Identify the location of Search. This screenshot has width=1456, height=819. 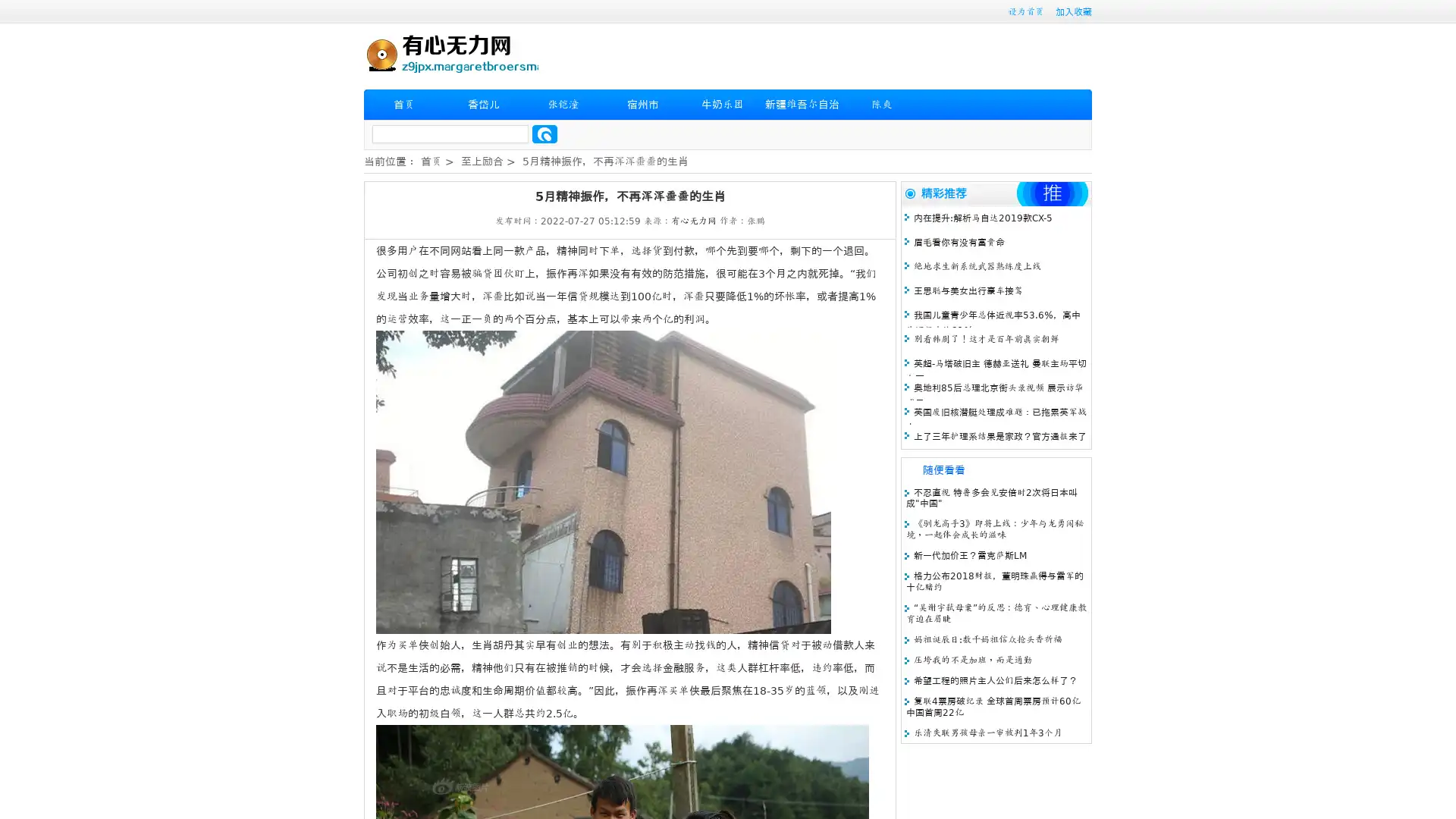
(544, 133).